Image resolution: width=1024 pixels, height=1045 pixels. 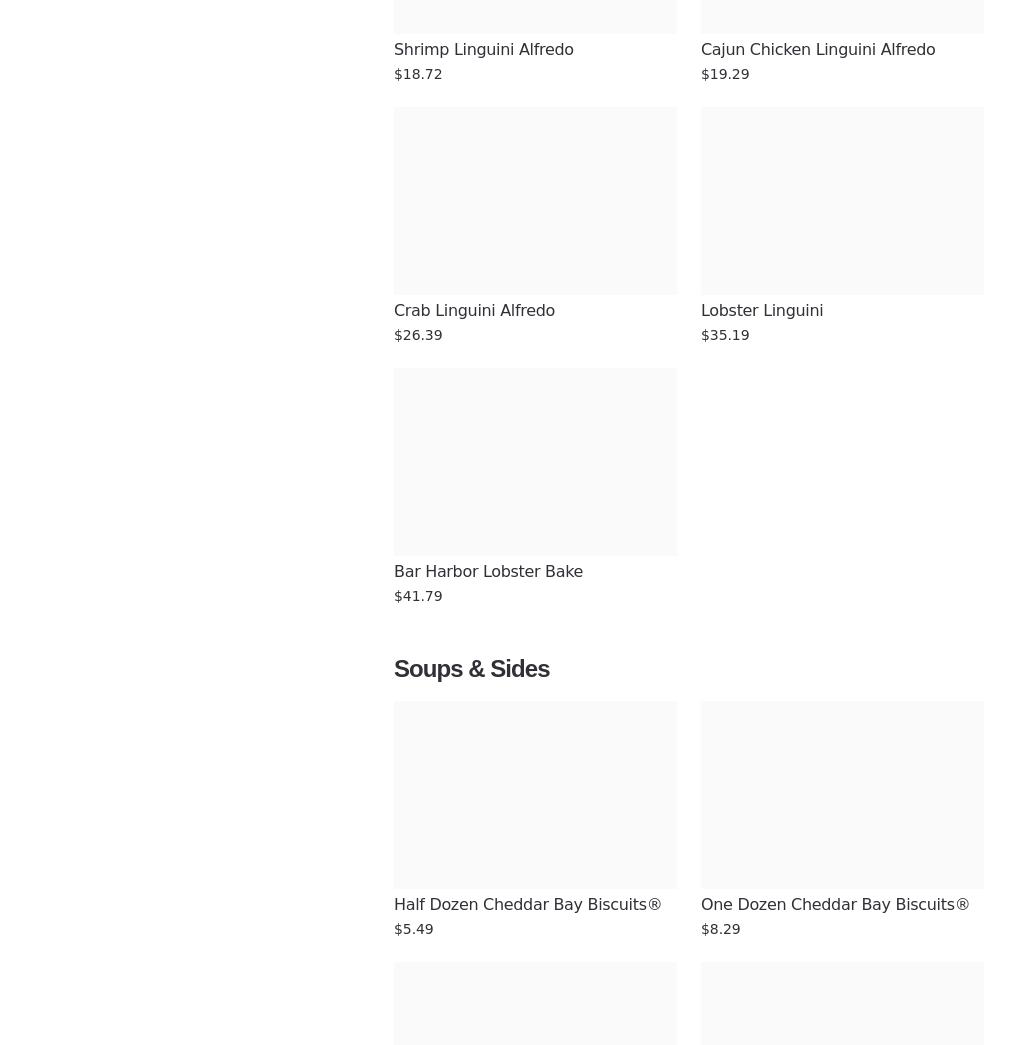 What do you see at coordinates (724, 73) in the screenshot?
I see `'$19.29'` at bounding box center [724, 73].